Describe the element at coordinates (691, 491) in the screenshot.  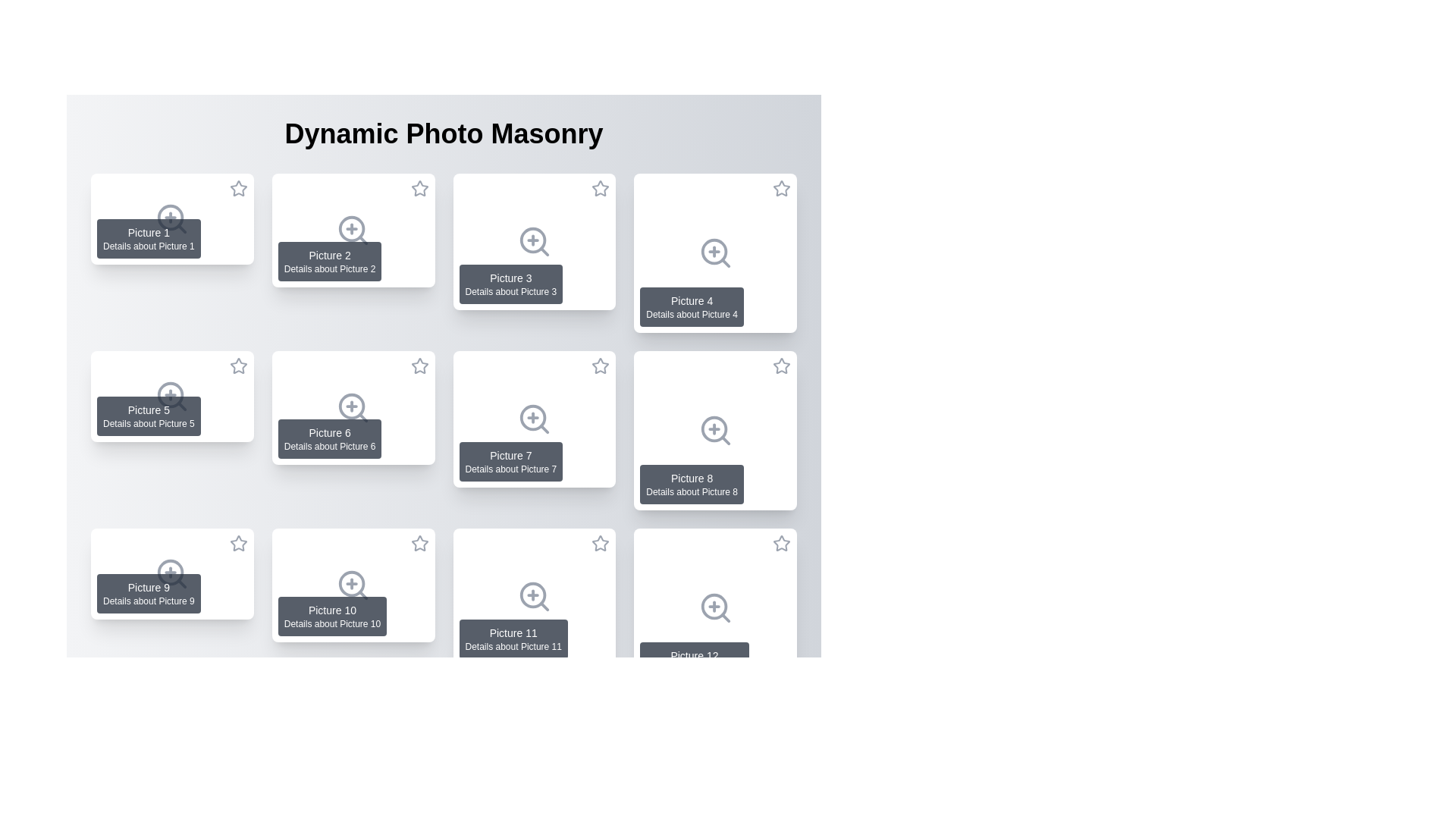
I see `the static text label displaying 'Details about Picture 8' which is located within the card titled 'Picture 8' in the middle-right area of the layout` at that location.